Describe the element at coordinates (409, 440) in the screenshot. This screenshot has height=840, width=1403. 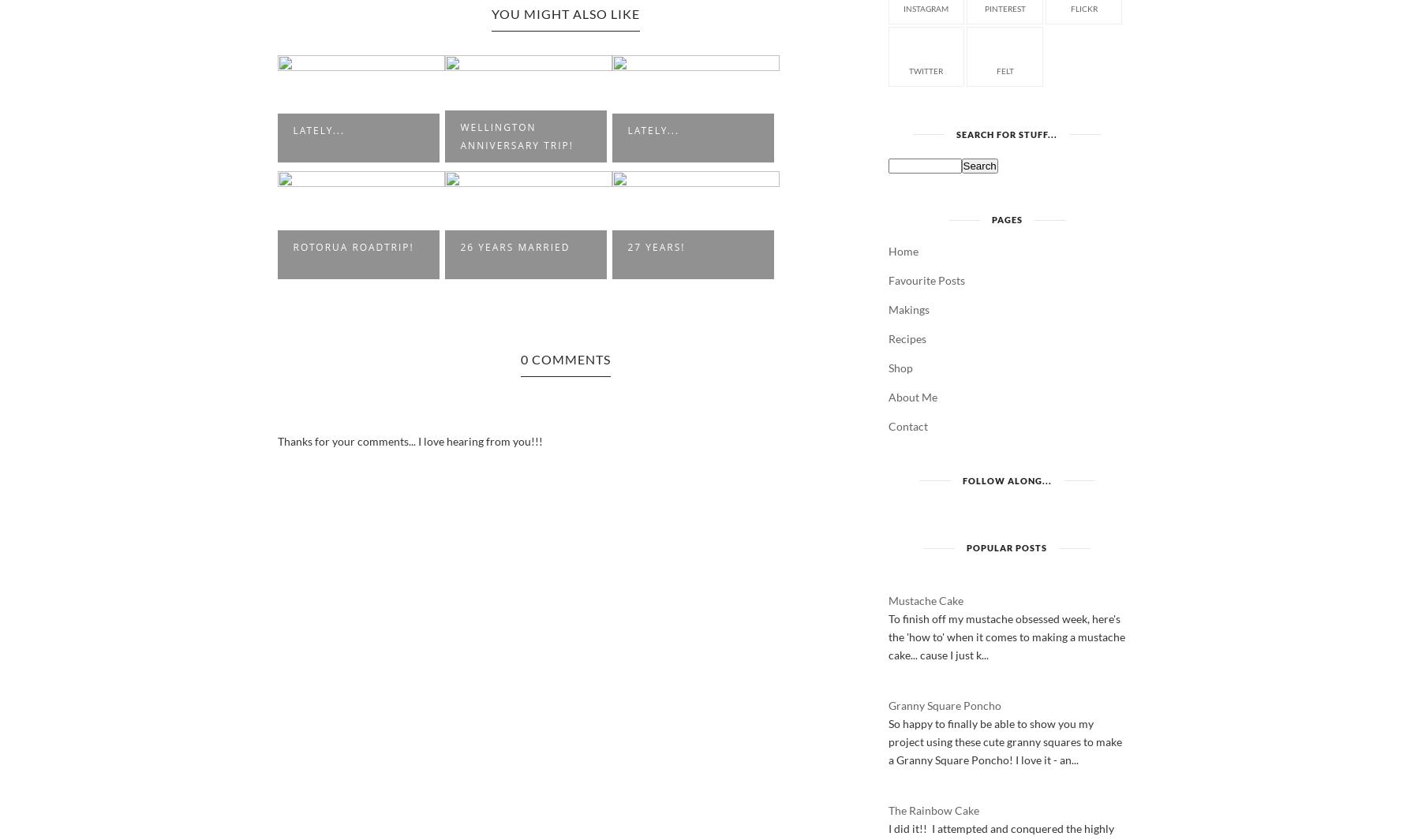
I see `'Thanks for your comments... I love hearing from you!!!'` at that location.